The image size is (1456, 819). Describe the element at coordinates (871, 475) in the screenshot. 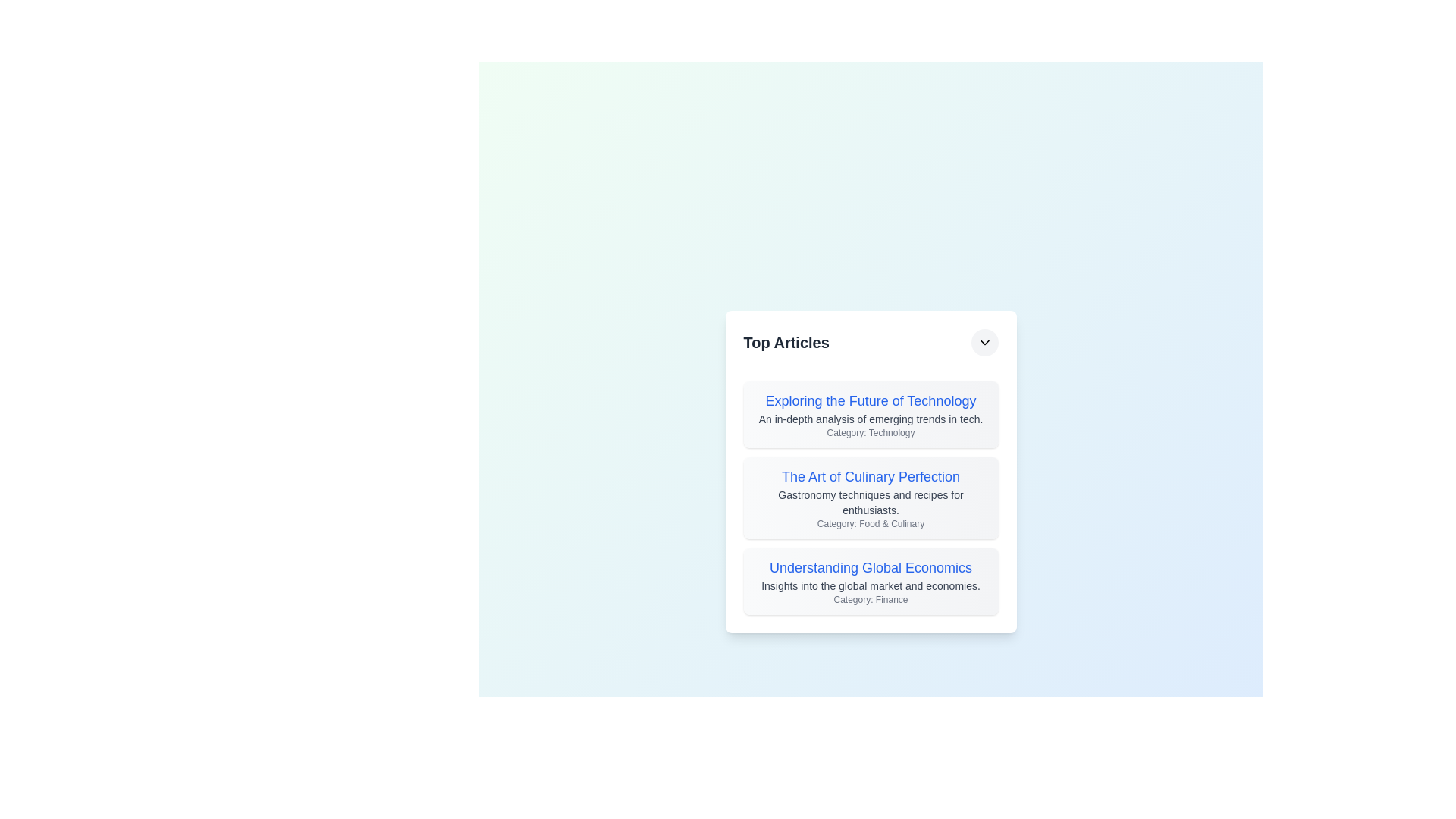

I see `the article titled 'The Art of Culinary Perfection' by clicking on its title` at that location.